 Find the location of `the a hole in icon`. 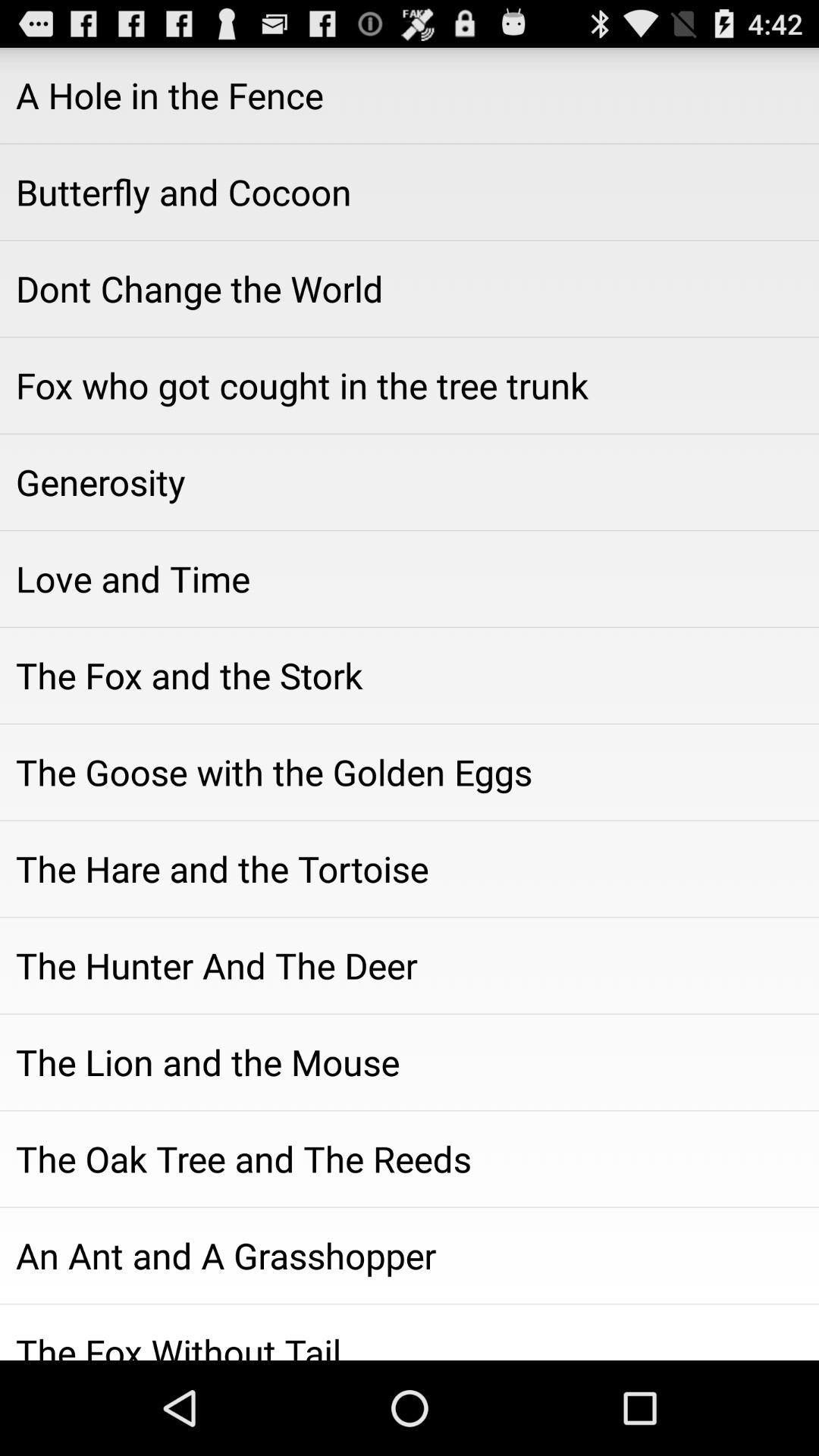

the a hole in icon is located at coordinates (409, 94).